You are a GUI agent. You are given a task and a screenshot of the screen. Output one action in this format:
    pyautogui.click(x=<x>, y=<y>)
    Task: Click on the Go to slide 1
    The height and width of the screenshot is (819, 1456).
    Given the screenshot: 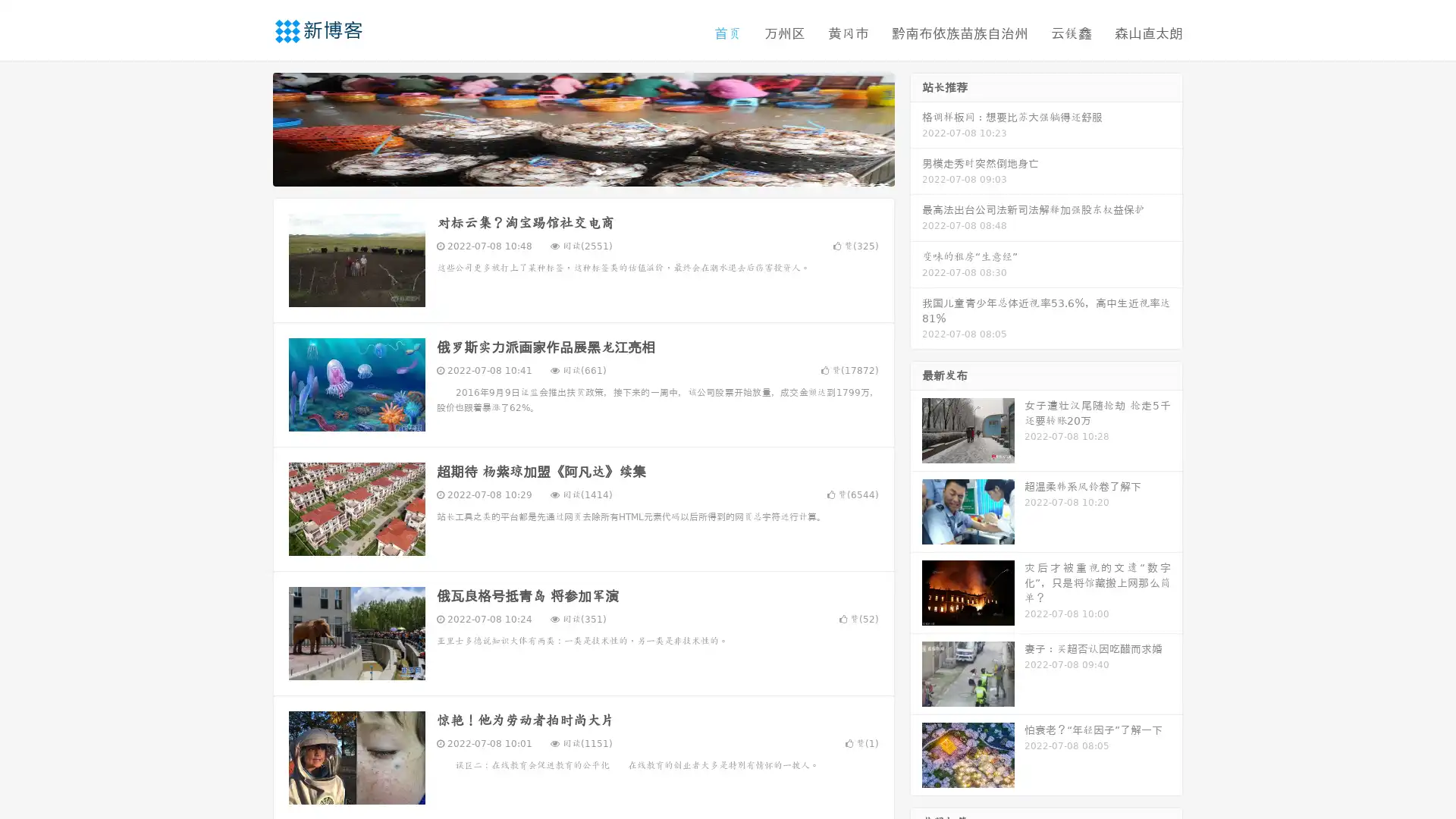 What is the action you would take?
    pyautogui.click(x=567, y=171)
    